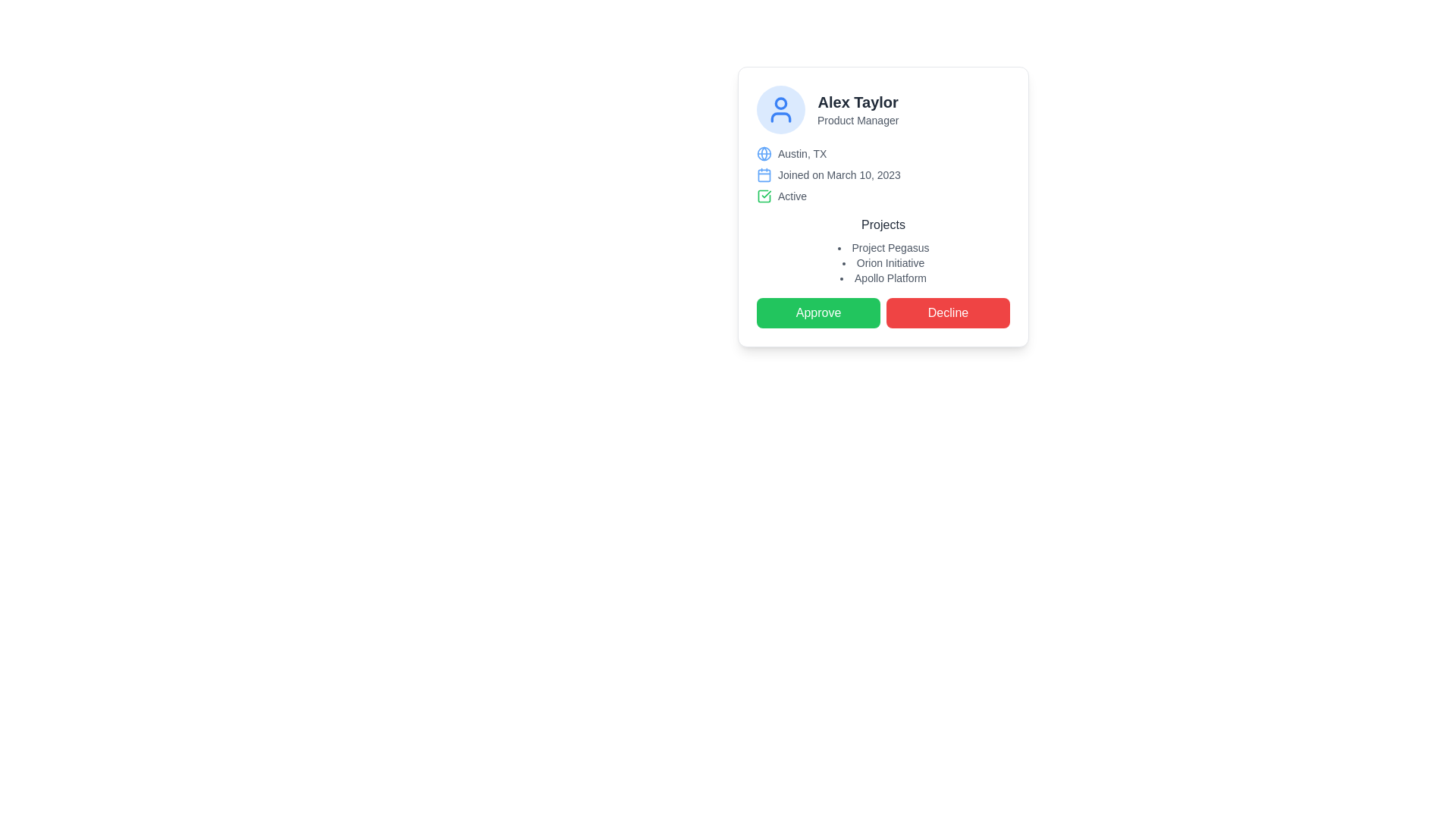  Describe the element at coordinates (858, 102) in the screenshot. I see `the bold text label displaying the name 'Alex Taylor', which is prominently positioned at the top of a rectangular card` at that location.